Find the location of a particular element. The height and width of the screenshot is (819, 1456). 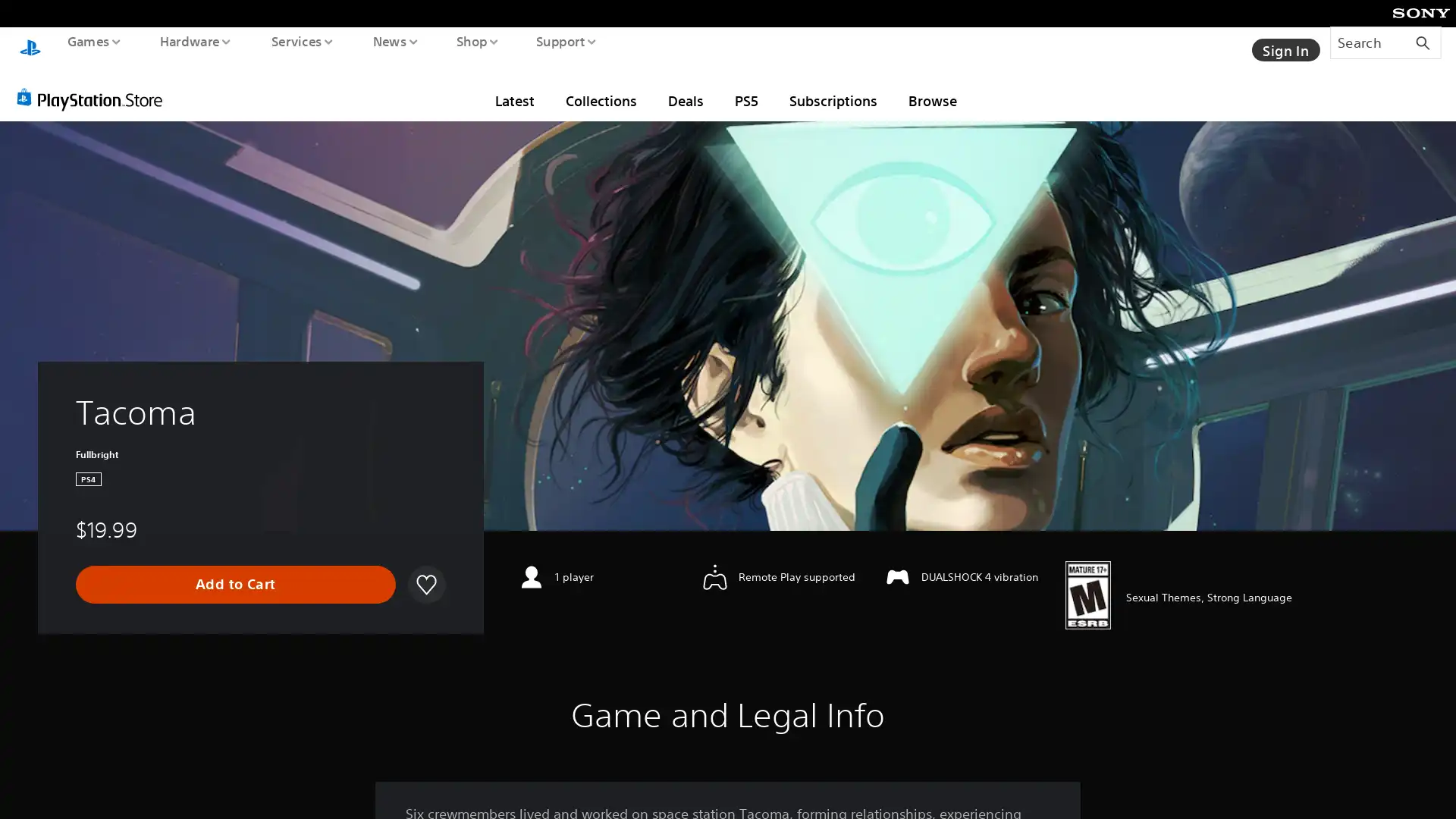

Add to Wishlist is located at coordinates (425, 570).